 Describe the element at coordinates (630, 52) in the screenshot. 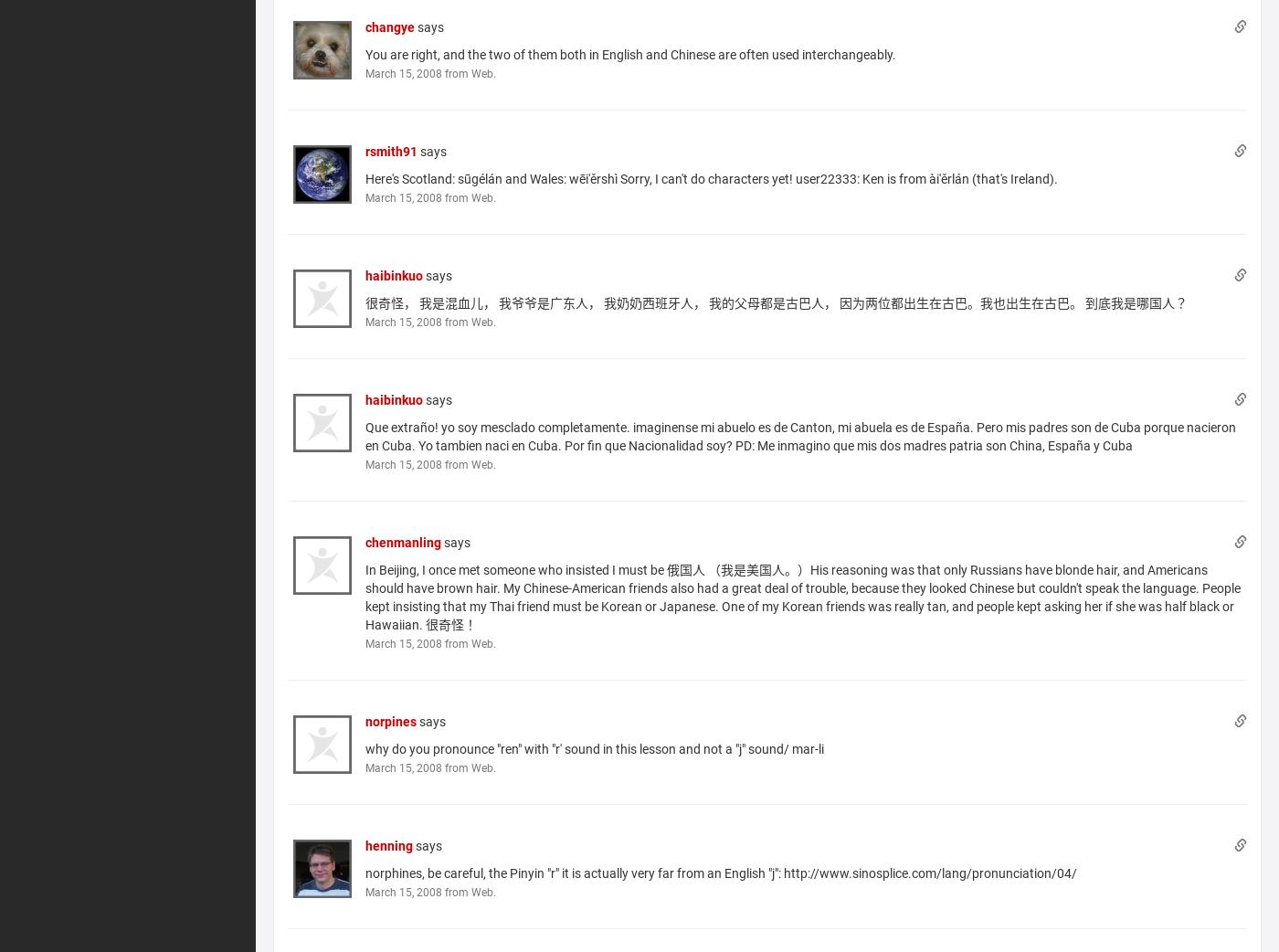

I see `'You are right, and 
the two of them both in
English and Chinese are 
often used interchangeably.'` at that location.